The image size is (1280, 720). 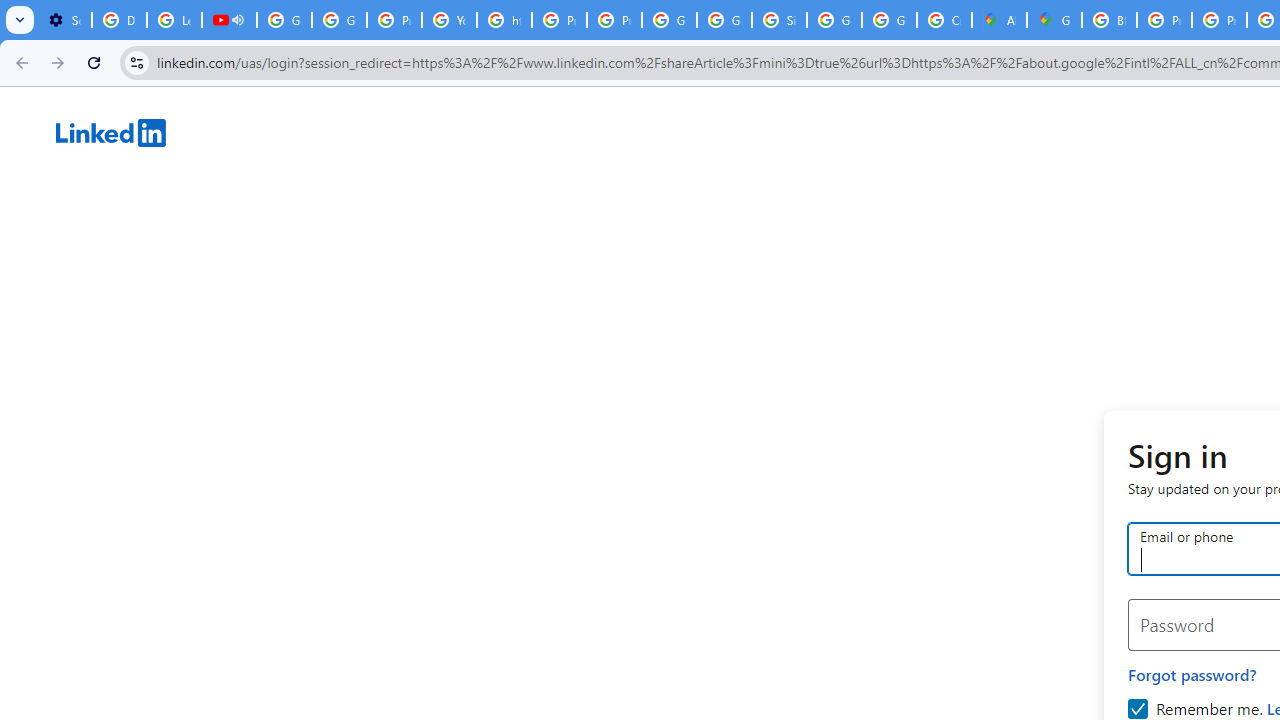 I want to click on 'Settings - Customize profile', so click(x=64, y=20).